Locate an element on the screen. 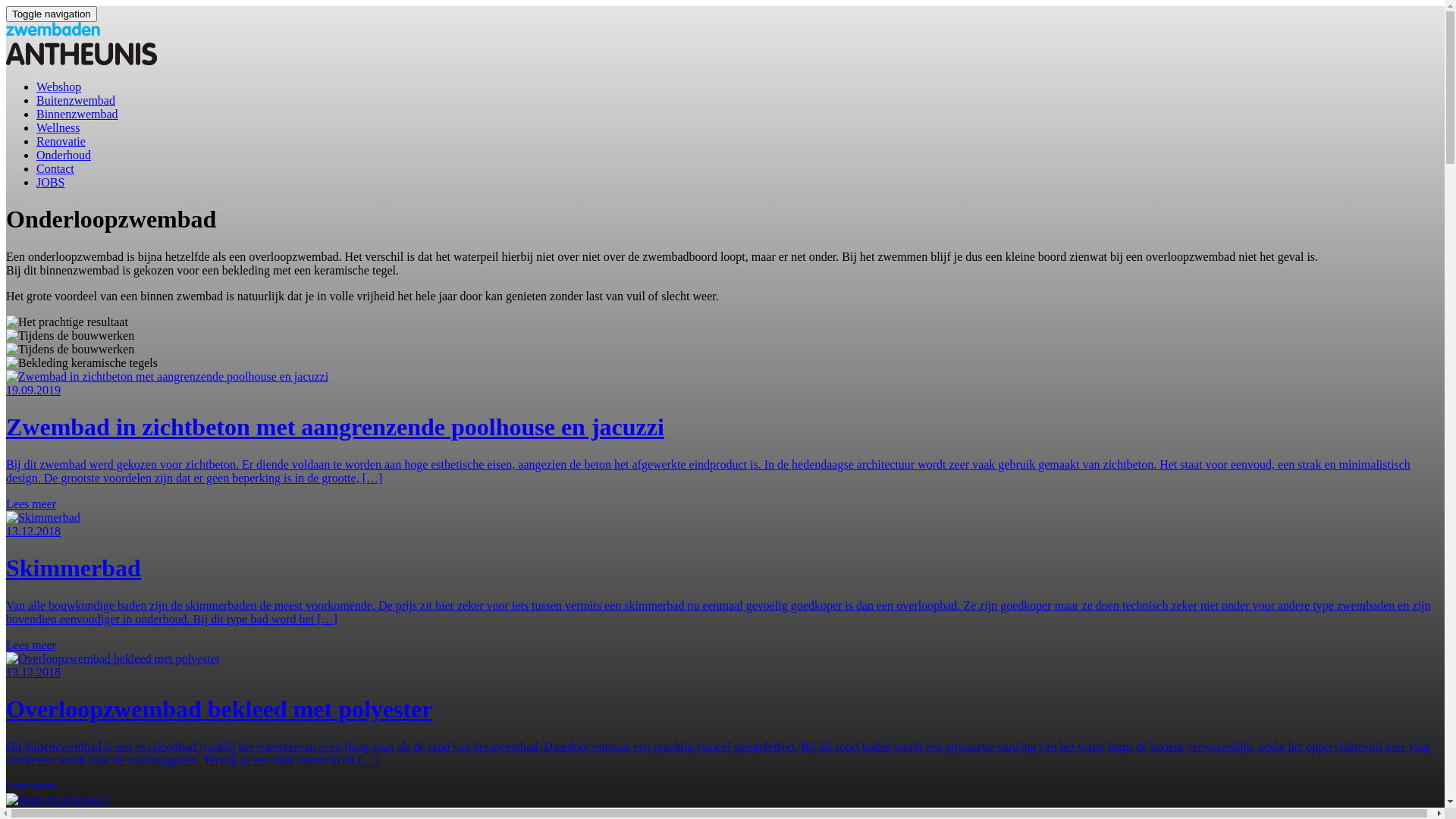 The height and width of the screenshot is (819, 1456). 'Lees meer' is located at coordinates (6, 785).